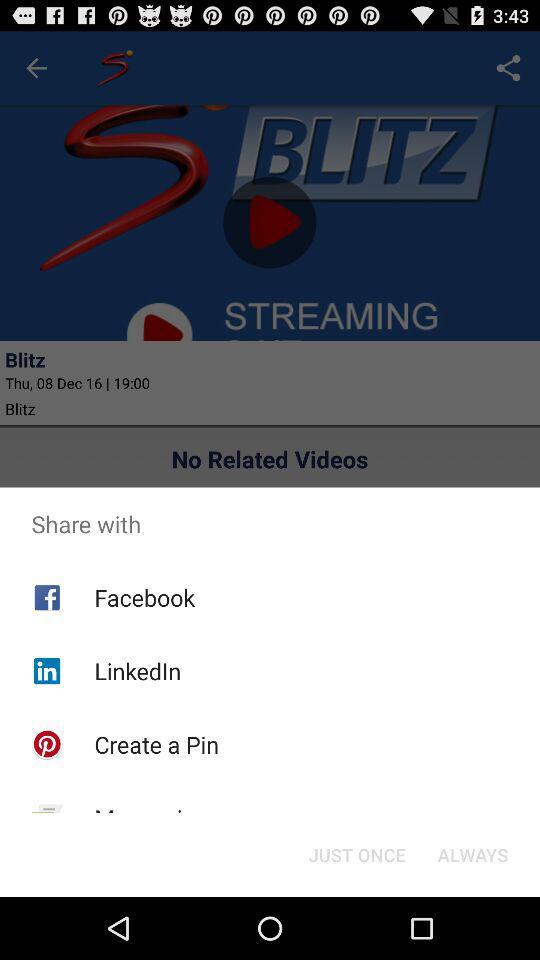 The width and height of the screenshot is (540, 960). Describe the element at coordinates (143, 597) in the screenshot. I see `app above the linkedin` at that location.